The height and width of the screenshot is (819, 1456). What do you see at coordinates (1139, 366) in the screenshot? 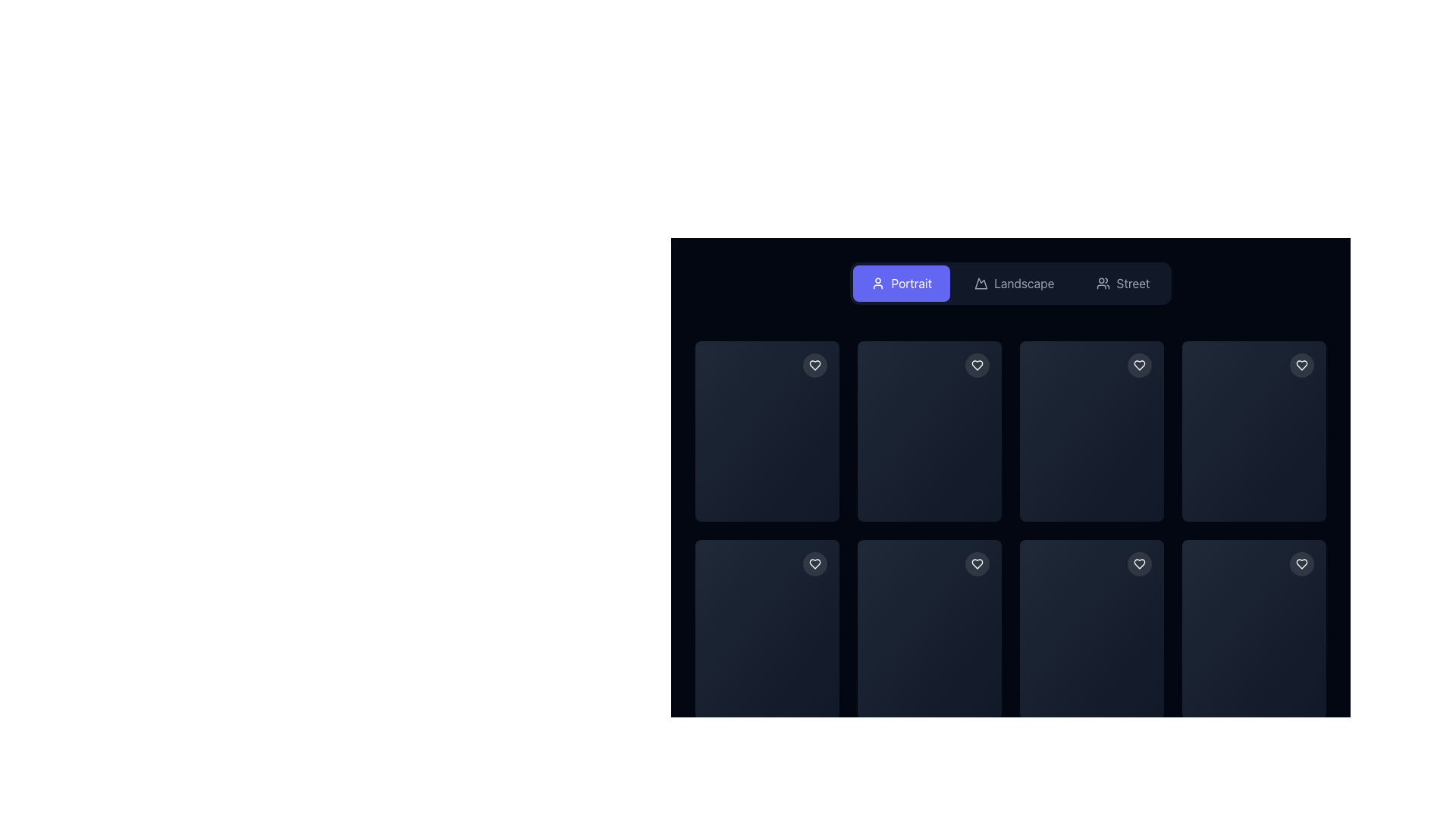
I see `the small circular button with a white heart outline icon in the top-right corner of the card labeled 'Portrait Shot 366544 Location 3'` at bounding box center [1139, 366].